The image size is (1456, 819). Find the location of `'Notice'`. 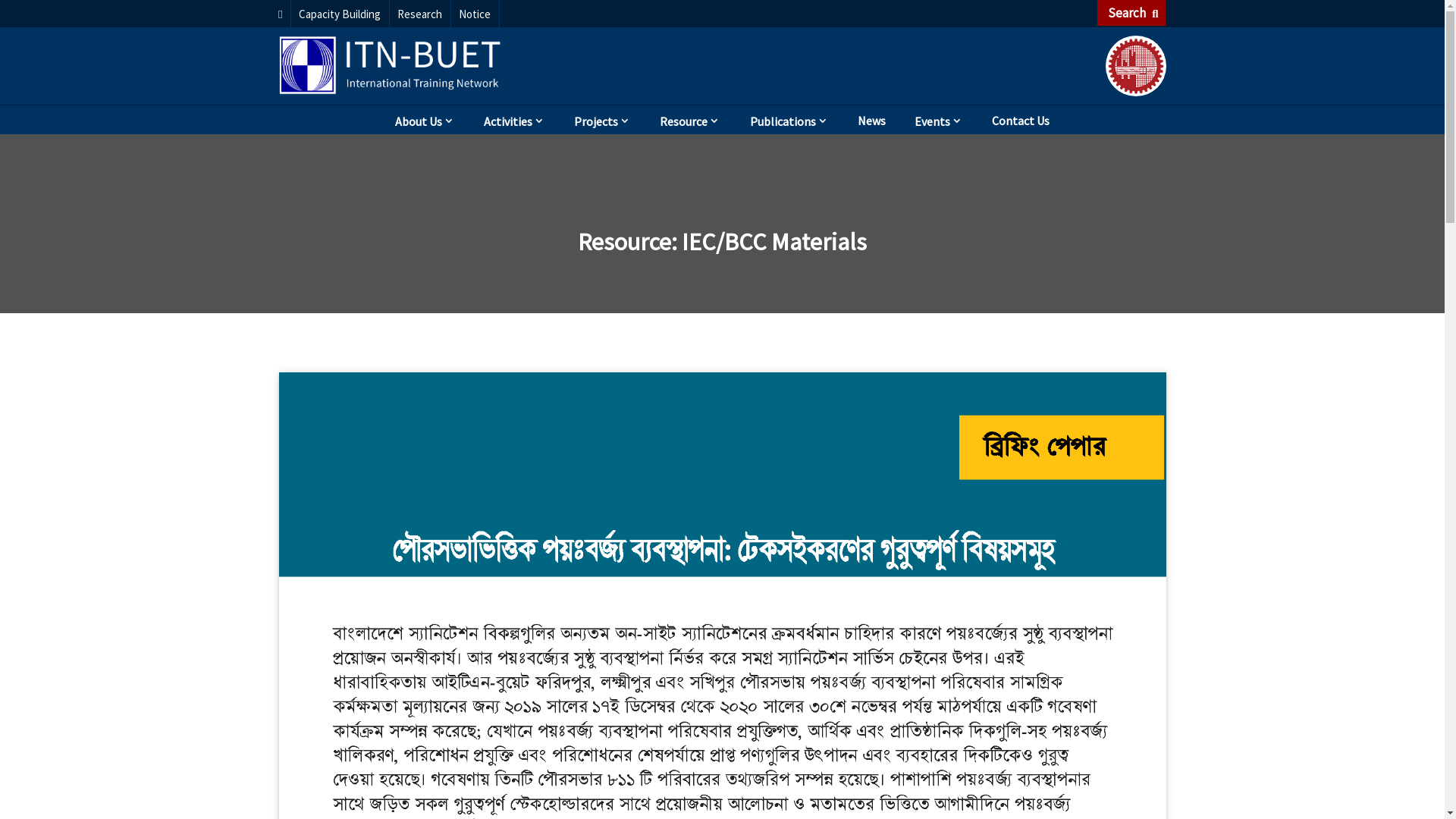

'Notice' is located at coordinates (475, 14).